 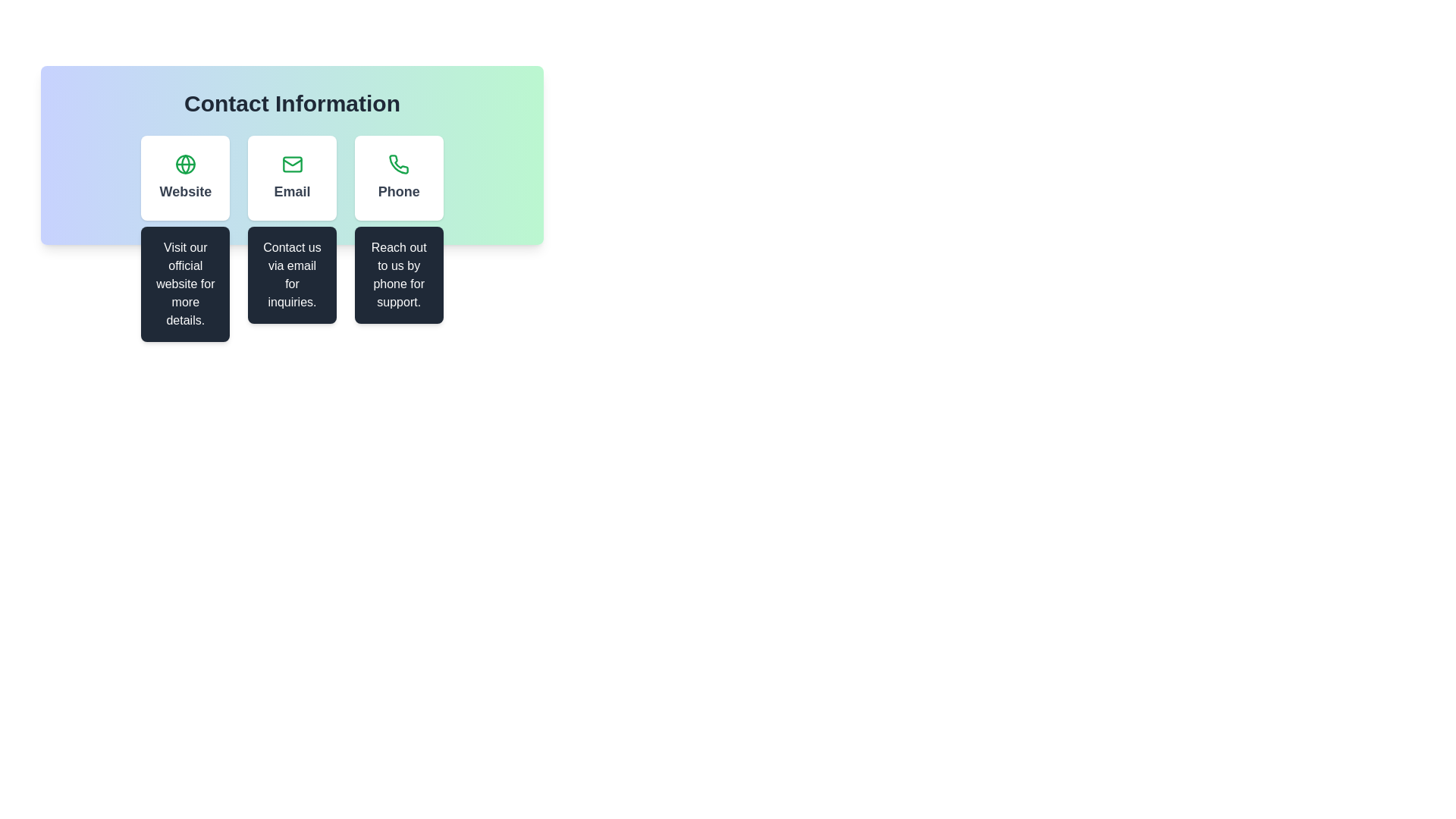 I want to click on the circular graphic element of the globe icon located at the top of the Website section, to the left of the Email and Phone sections, so click(x=184, y=164).